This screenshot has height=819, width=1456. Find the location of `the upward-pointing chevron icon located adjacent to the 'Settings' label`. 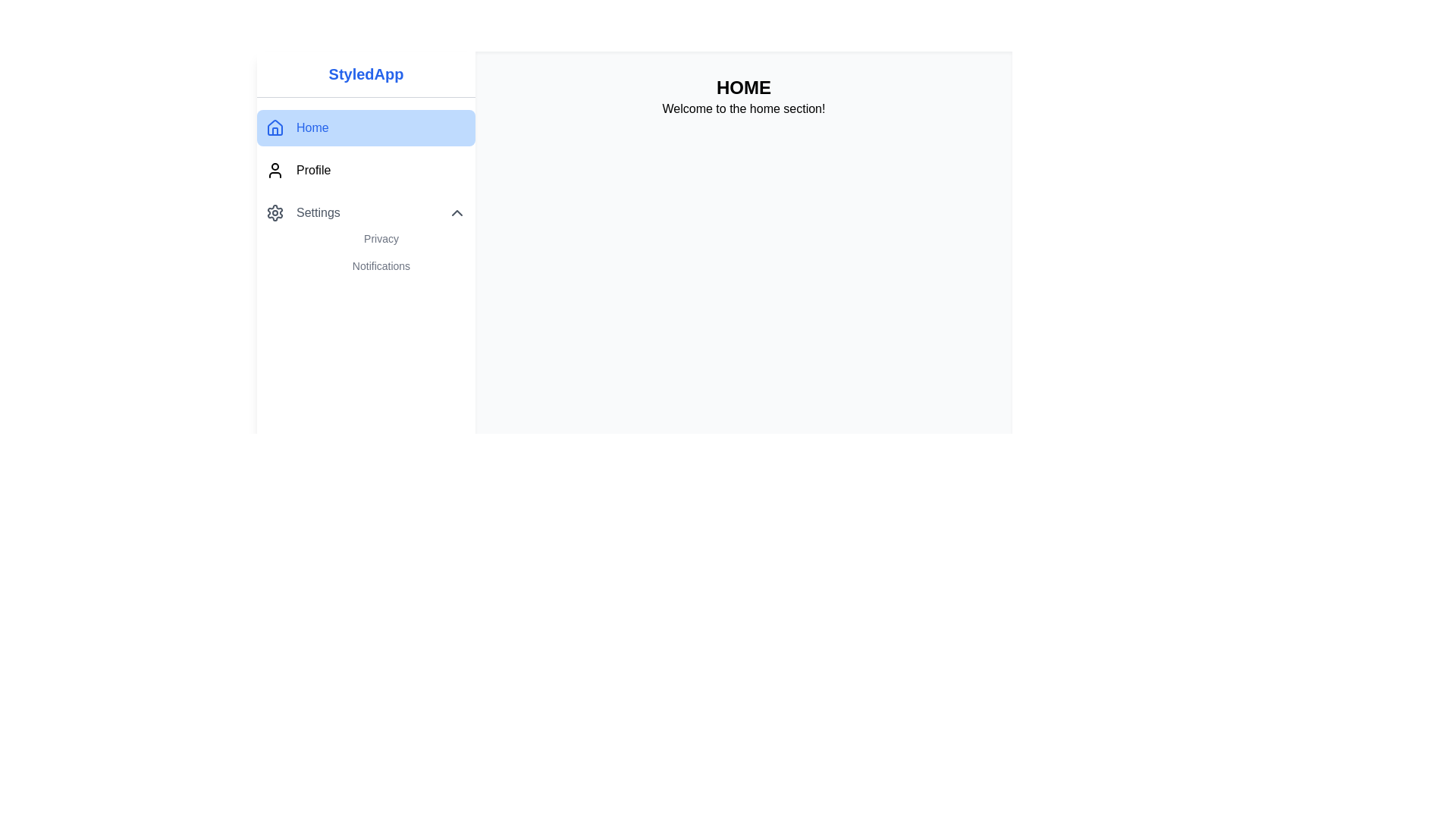

the upward-pointing chevron icon located adjacent to the 'Settings' label is located at coordinates (457, 213).